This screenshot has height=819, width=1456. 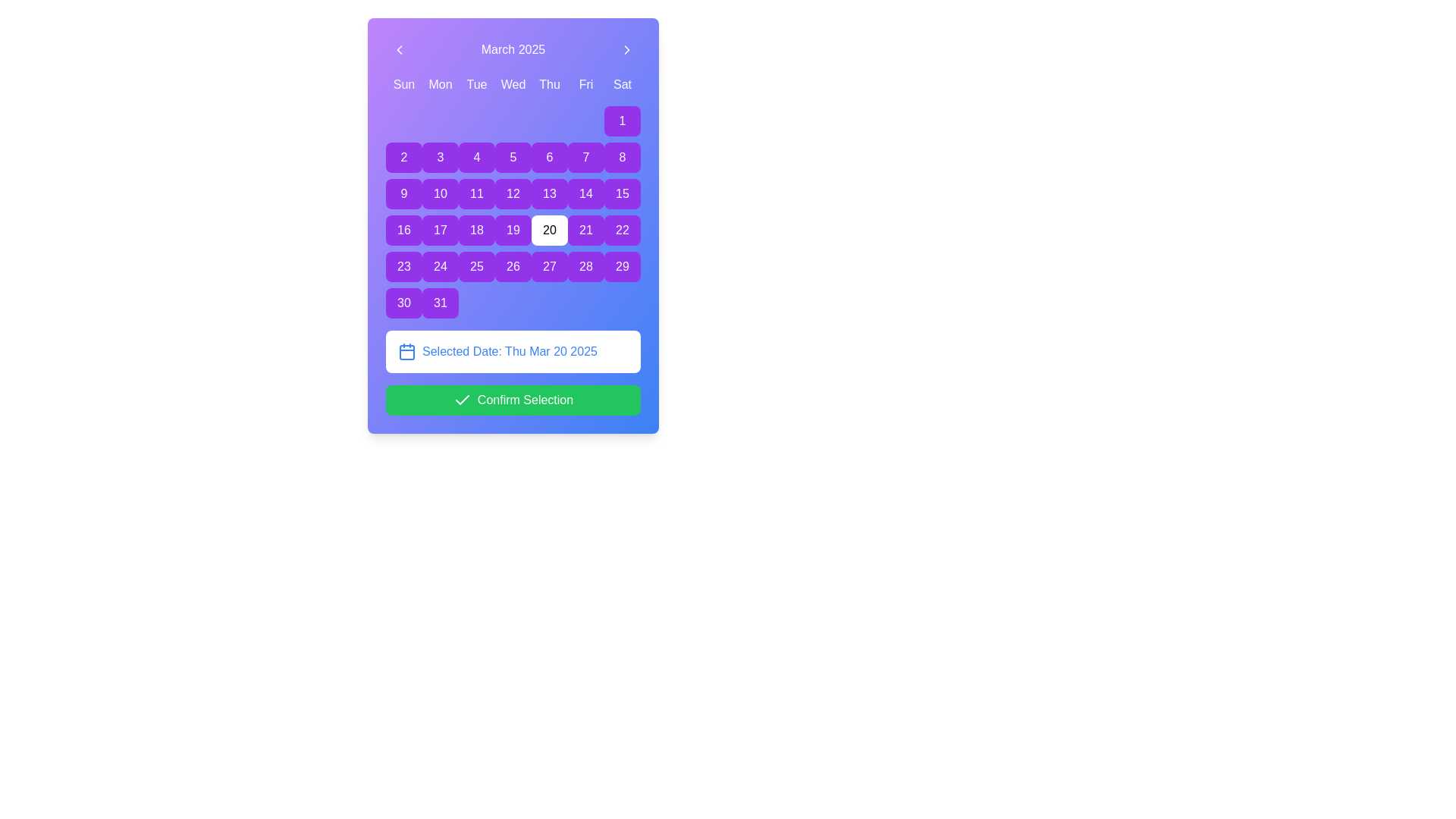 What do you see at coordinates (513, 84) in the screenshot?
I see `the Text header row for the calendar grid indicating the days of the week, located below 'March 2025'` at bounding box center [513, 84].